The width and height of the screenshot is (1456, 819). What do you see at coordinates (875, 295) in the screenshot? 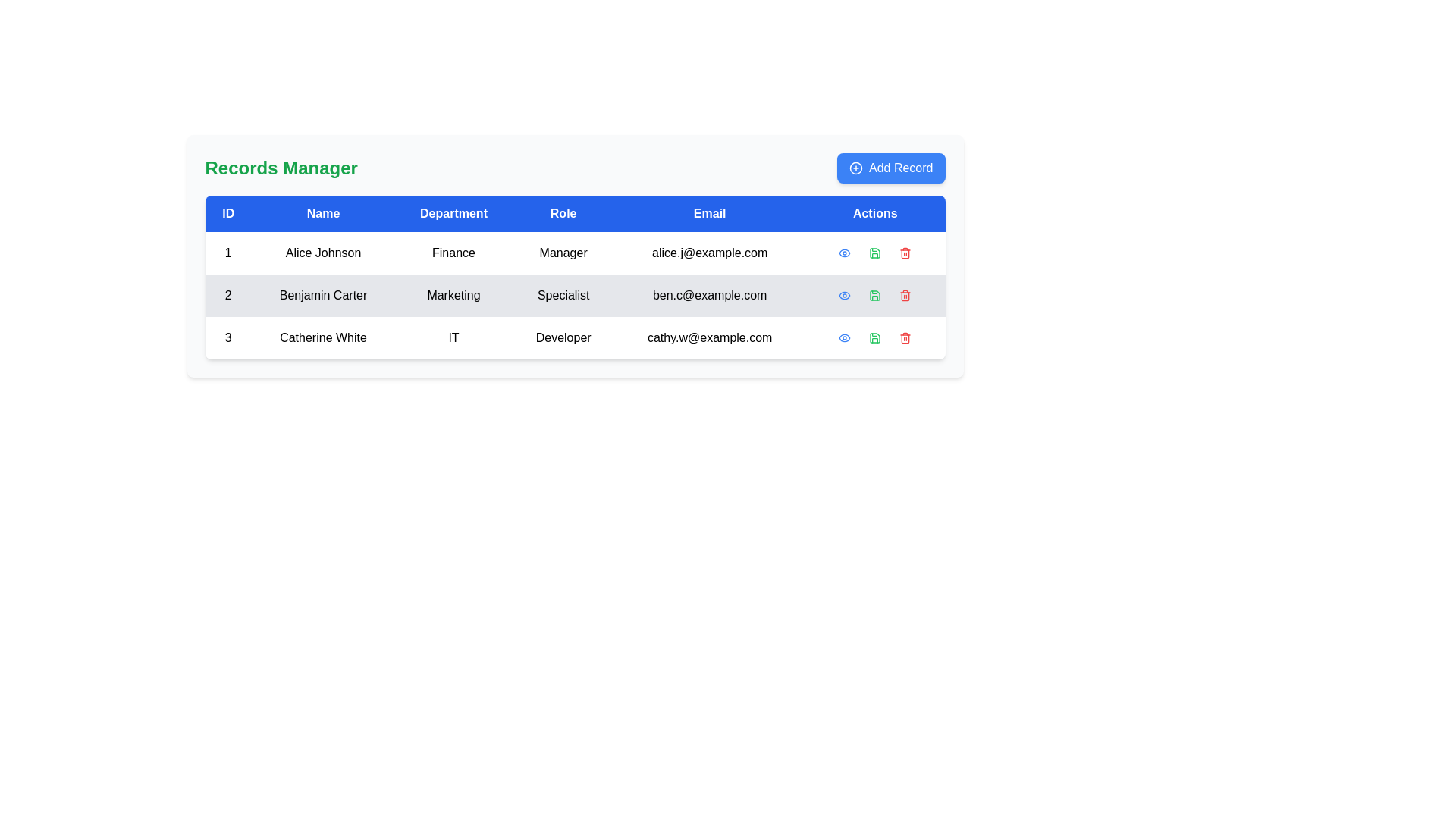
I see `the save action icon located in the 'Actions' column of the second row of the data table, next to the 'Eye' and 'Trash' icons for visual feedback` at bounding box center [875, 295].